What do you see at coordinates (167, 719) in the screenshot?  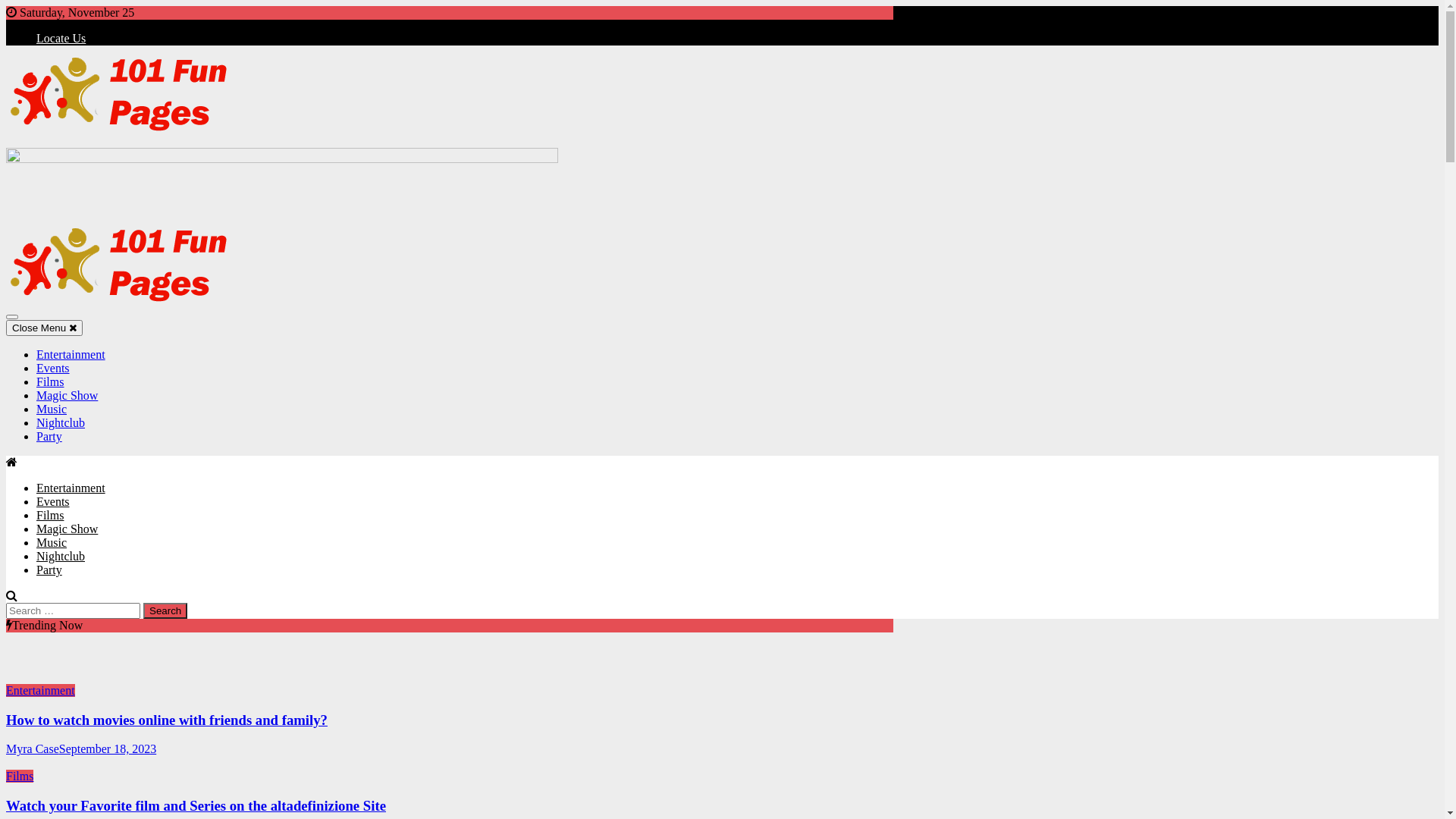 I see `'How to watch movies online with friends and family?'` at bounding box center [167, 719].